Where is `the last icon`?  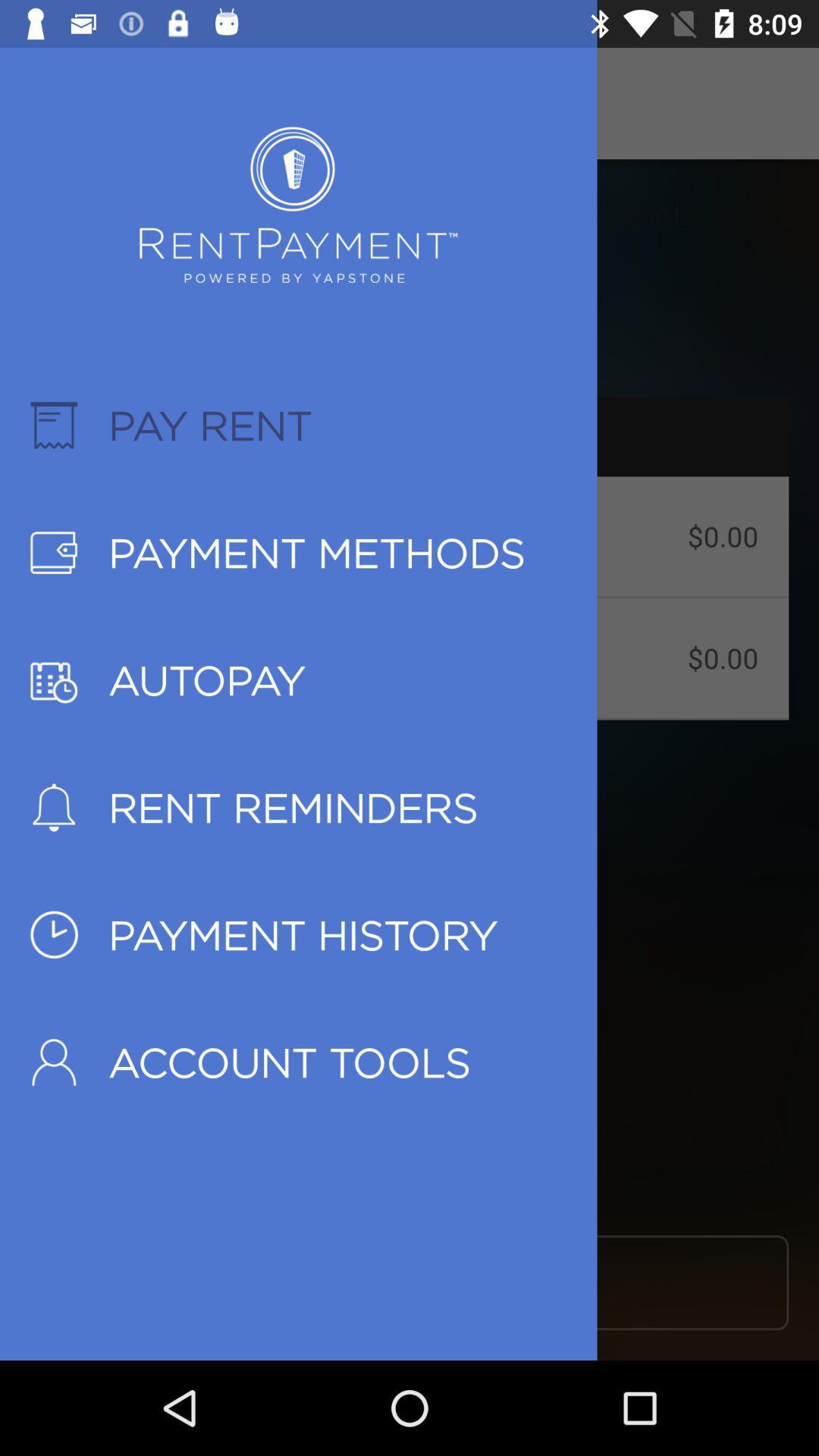
the last icon is located at coordinates (53, 1062).